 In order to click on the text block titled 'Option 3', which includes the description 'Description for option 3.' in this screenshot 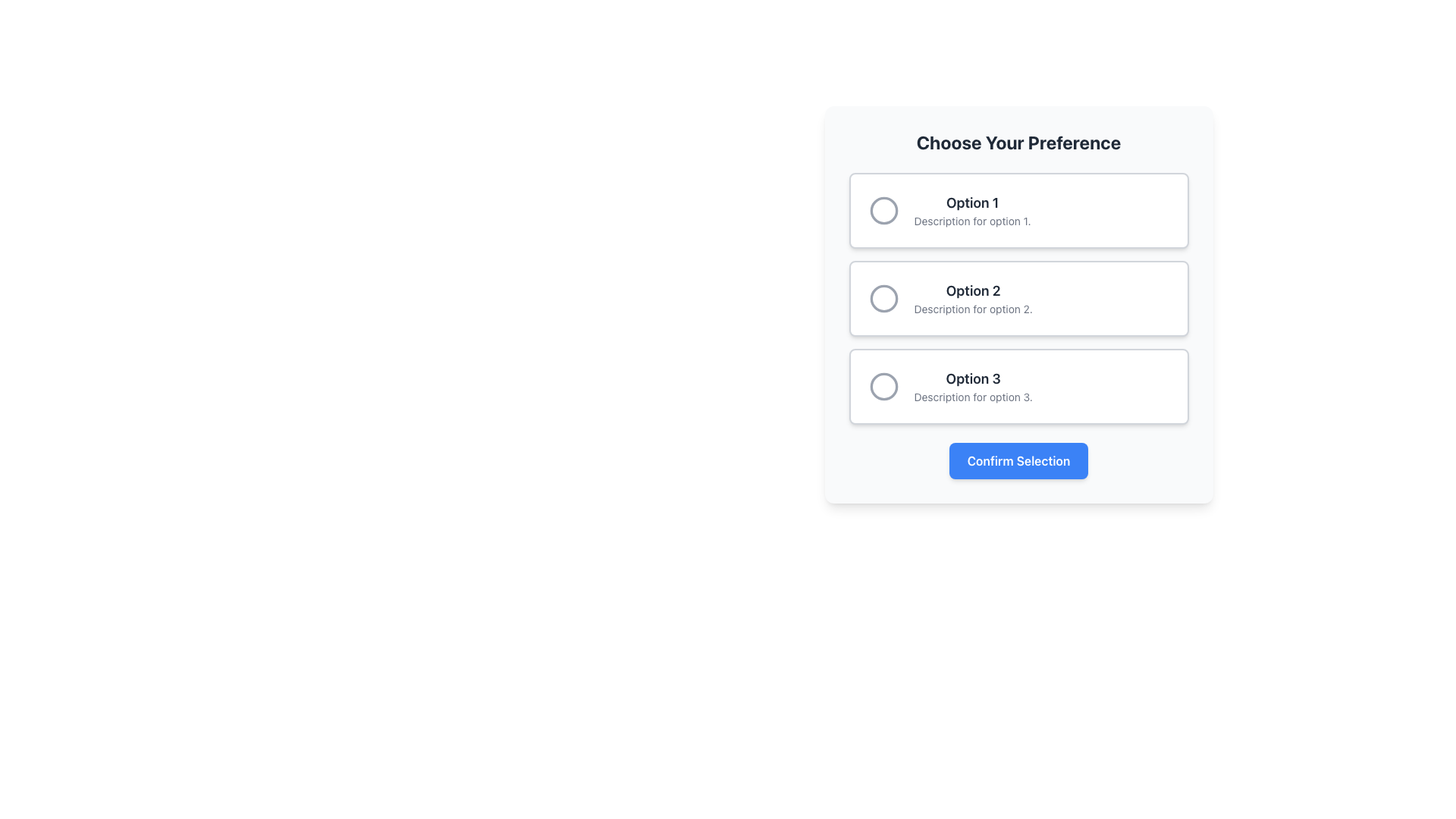, I will do `click(973, 385)`.